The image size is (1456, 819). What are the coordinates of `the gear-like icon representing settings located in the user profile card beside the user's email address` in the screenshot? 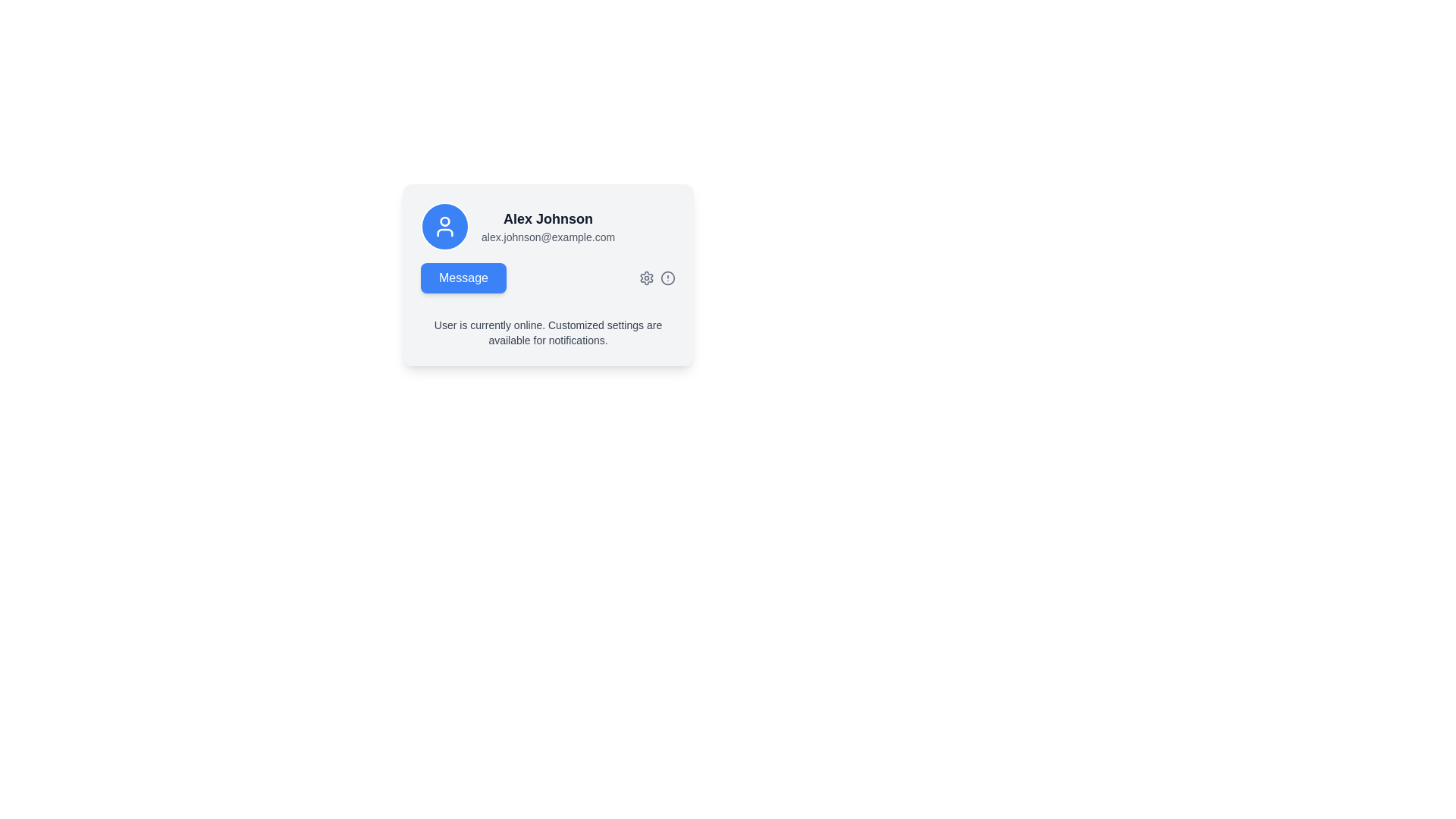 It's located at (647, 278).